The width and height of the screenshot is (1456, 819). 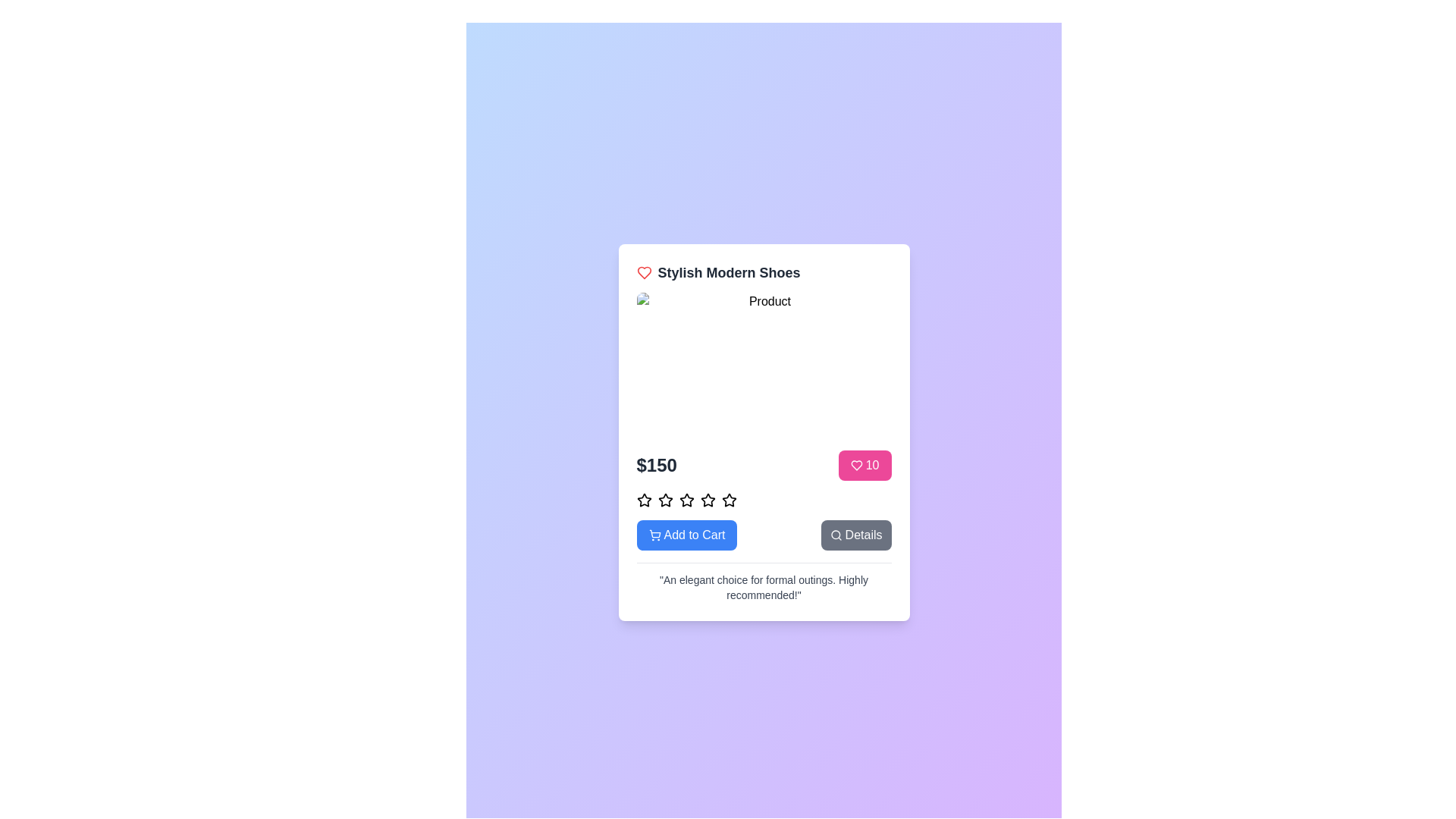 I want to click on the individual stars in the horizontal star rating bar located below the price information ('$150'), so click(x=764, y=500).